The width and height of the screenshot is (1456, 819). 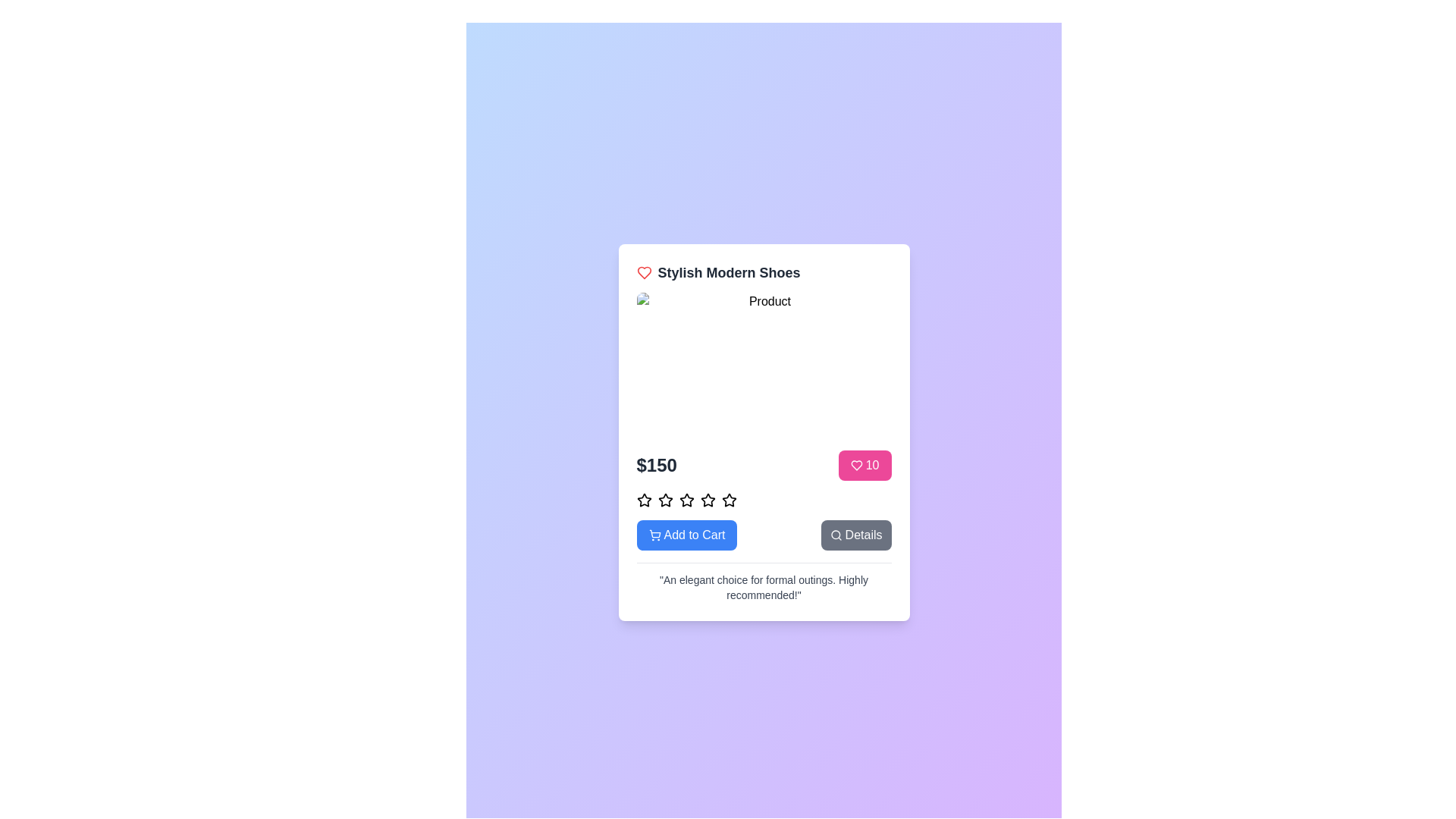 I want to click on the individual stars in the horizontal star rating bar located below the price information ('$150'), so click(x=764, y=500).